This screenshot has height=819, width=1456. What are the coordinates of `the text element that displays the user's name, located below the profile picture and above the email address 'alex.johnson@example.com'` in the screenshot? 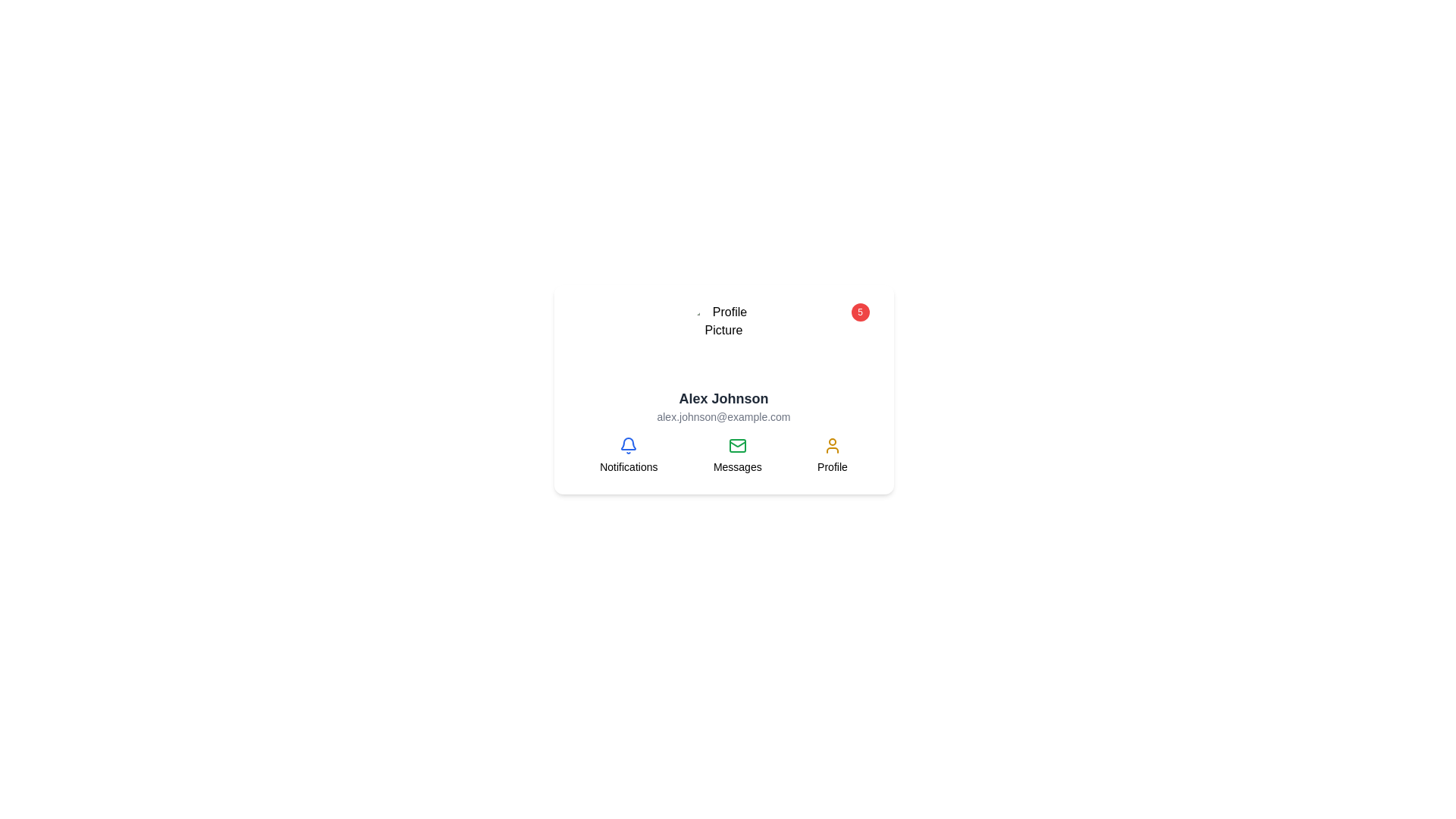 It's located at (723, 397).